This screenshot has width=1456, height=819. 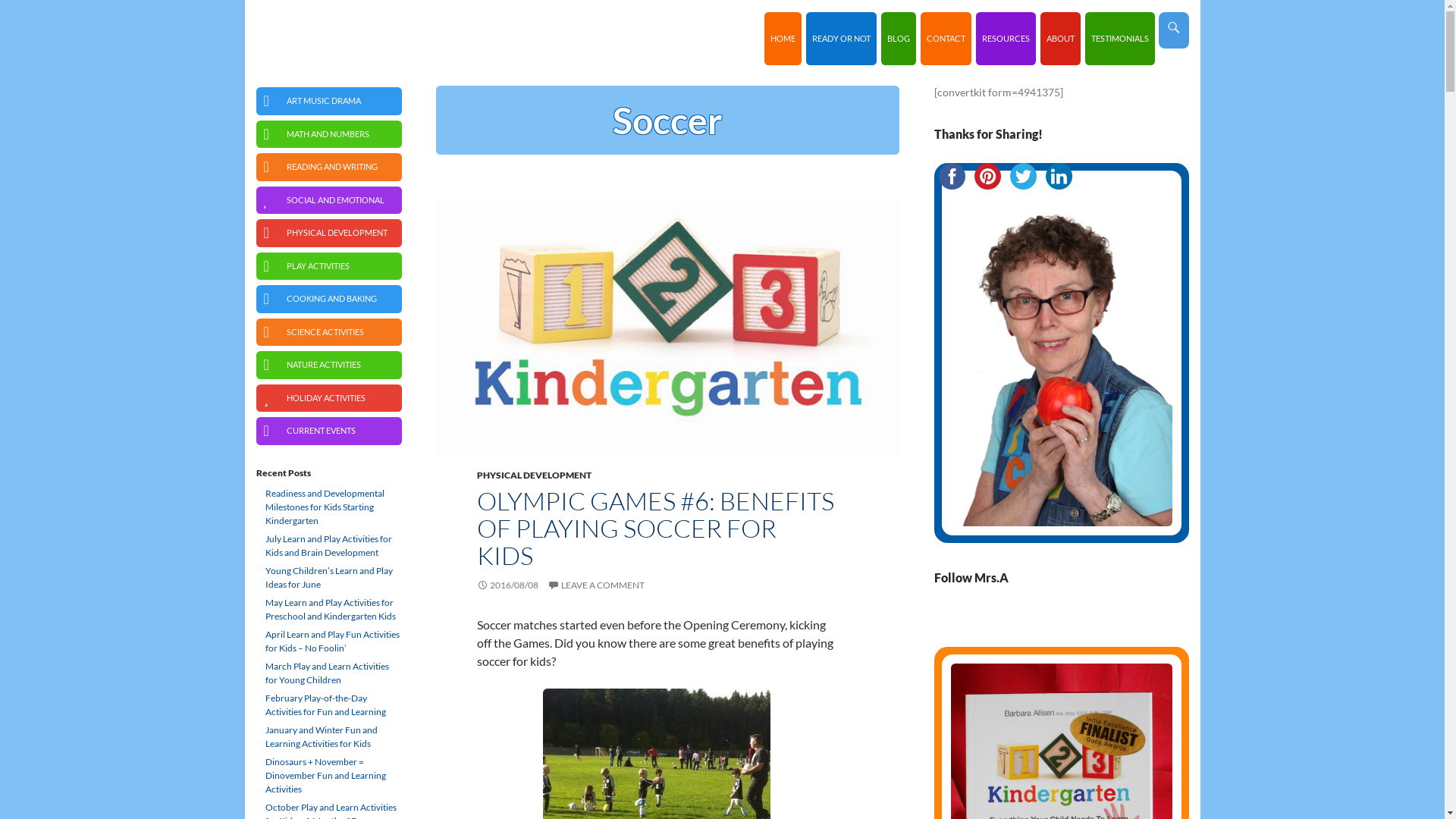 What do you see at coordinates (328, 299) in the screenshot?
I see `'COOKING AND BAKING'` at bounding box center [328, 299].